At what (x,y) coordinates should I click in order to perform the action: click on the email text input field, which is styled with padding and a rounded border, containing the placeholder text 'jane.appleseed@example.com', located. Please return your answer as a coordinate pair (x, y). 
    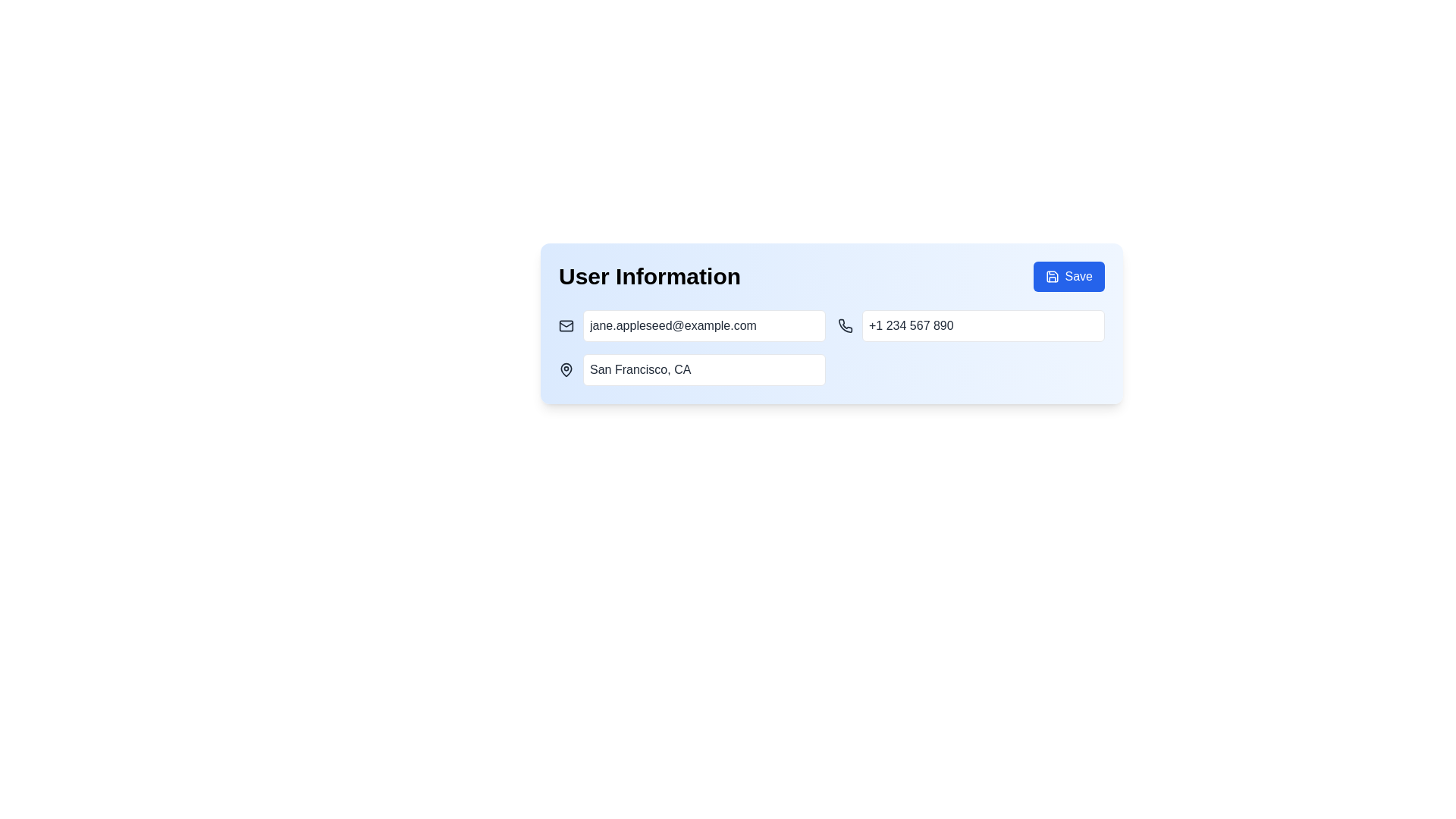
    Looking at the image, I should click on (704, 325).